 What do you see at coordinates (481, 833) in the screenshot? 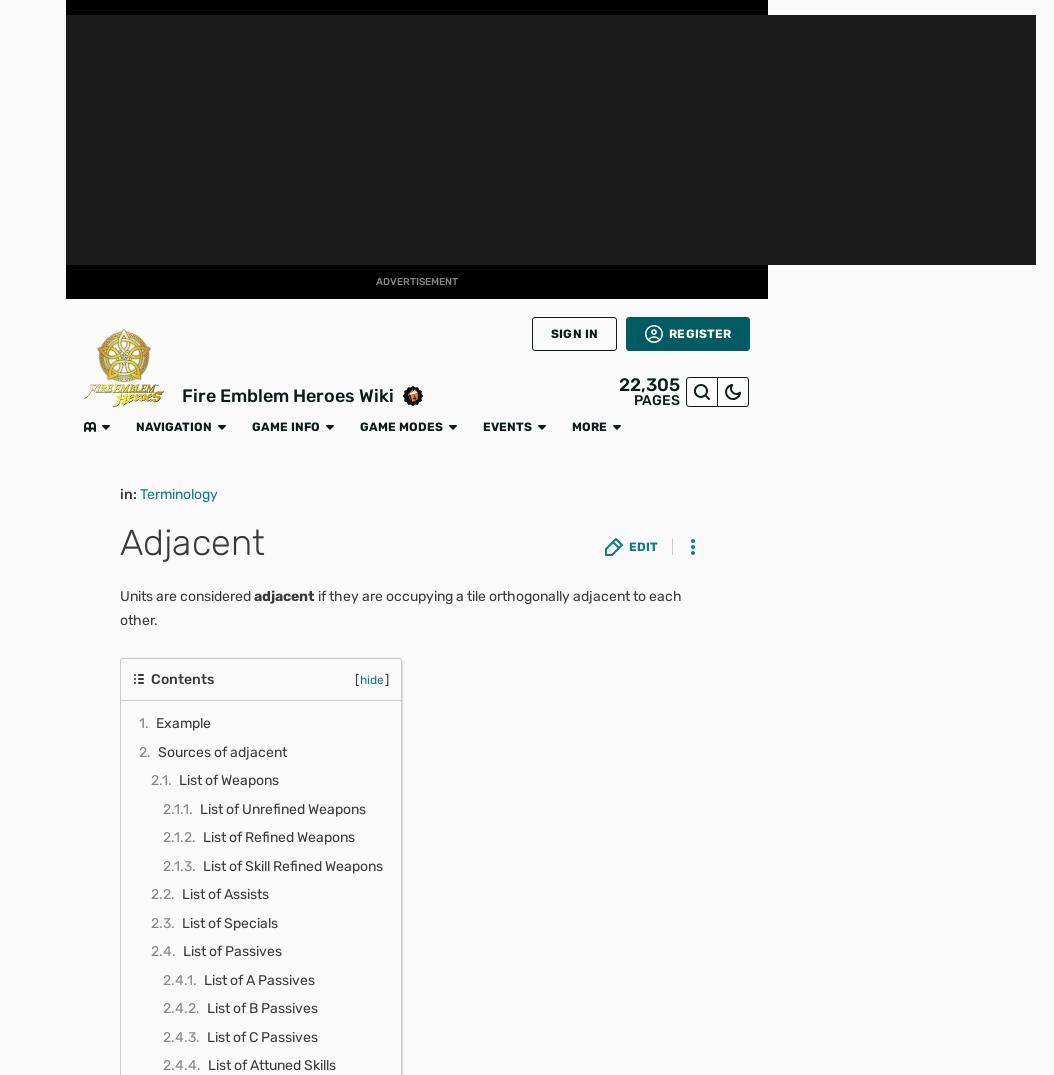
I see `'If adjacent infantry allies use sword, lance, axe, bow, or dagger, grants Atk/Spd+2 to those allies and calculates their damage using the lower of foe's Def or Res during combat. (Does not affect damage dealt by Specials that trigger before combat.)'` at bounding box center [481, 833].